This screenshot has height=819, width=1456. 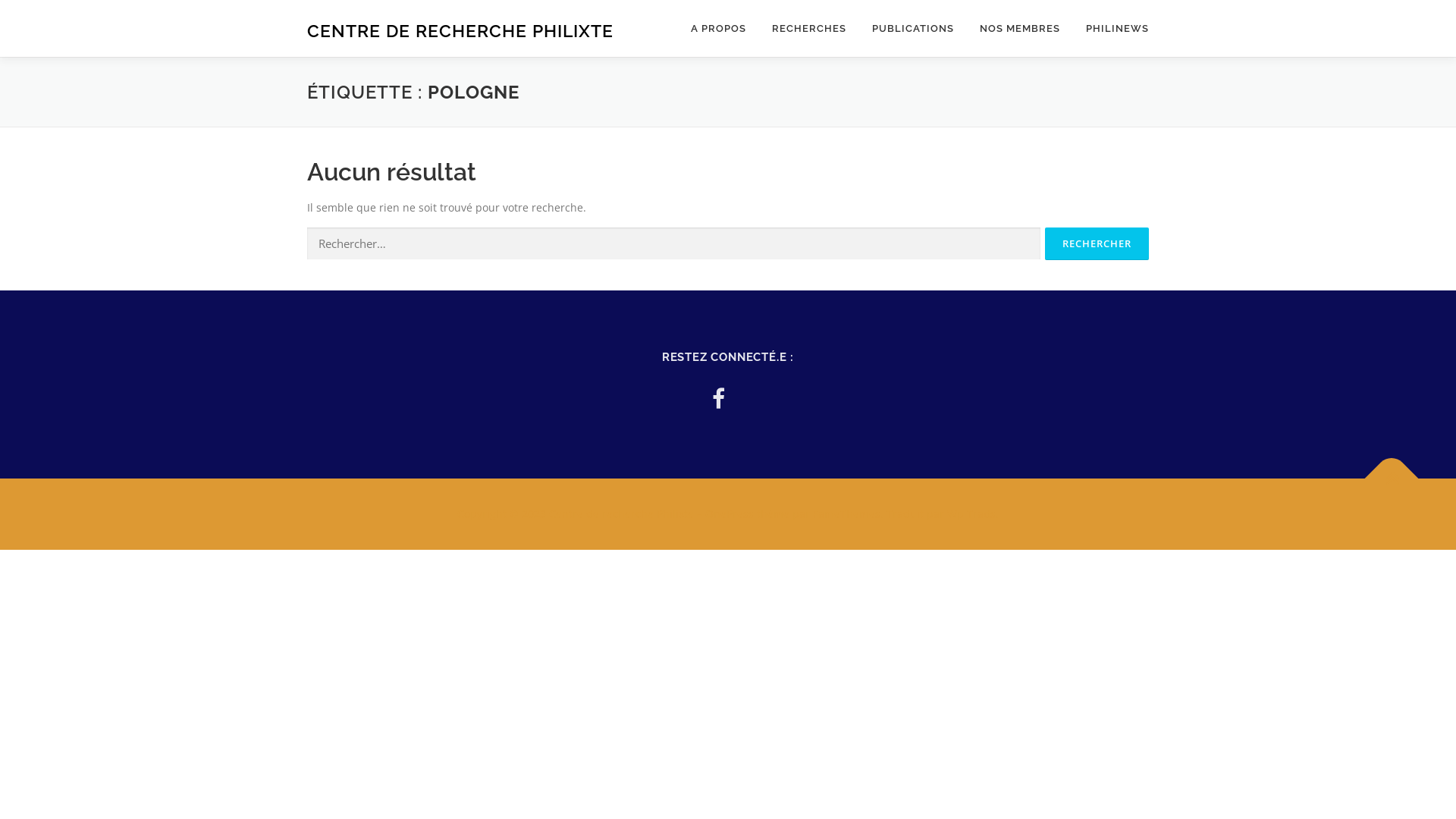 I want to click on 'NOS MEMBRES', so click(x=1019, y=28).